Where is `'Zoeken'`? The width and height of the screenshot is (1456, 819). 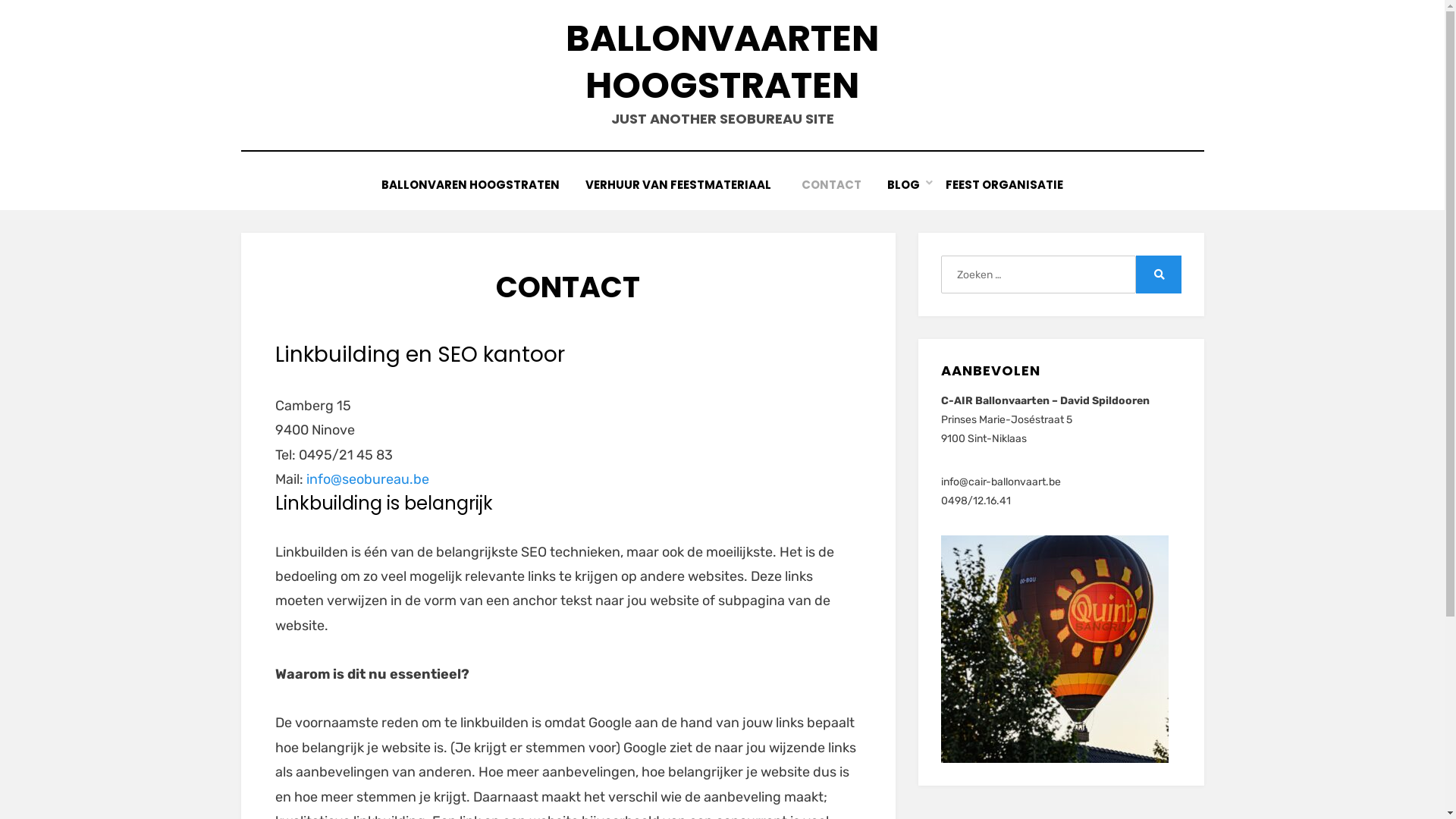 'Zoeken' is located at coordinates (1157, 275).